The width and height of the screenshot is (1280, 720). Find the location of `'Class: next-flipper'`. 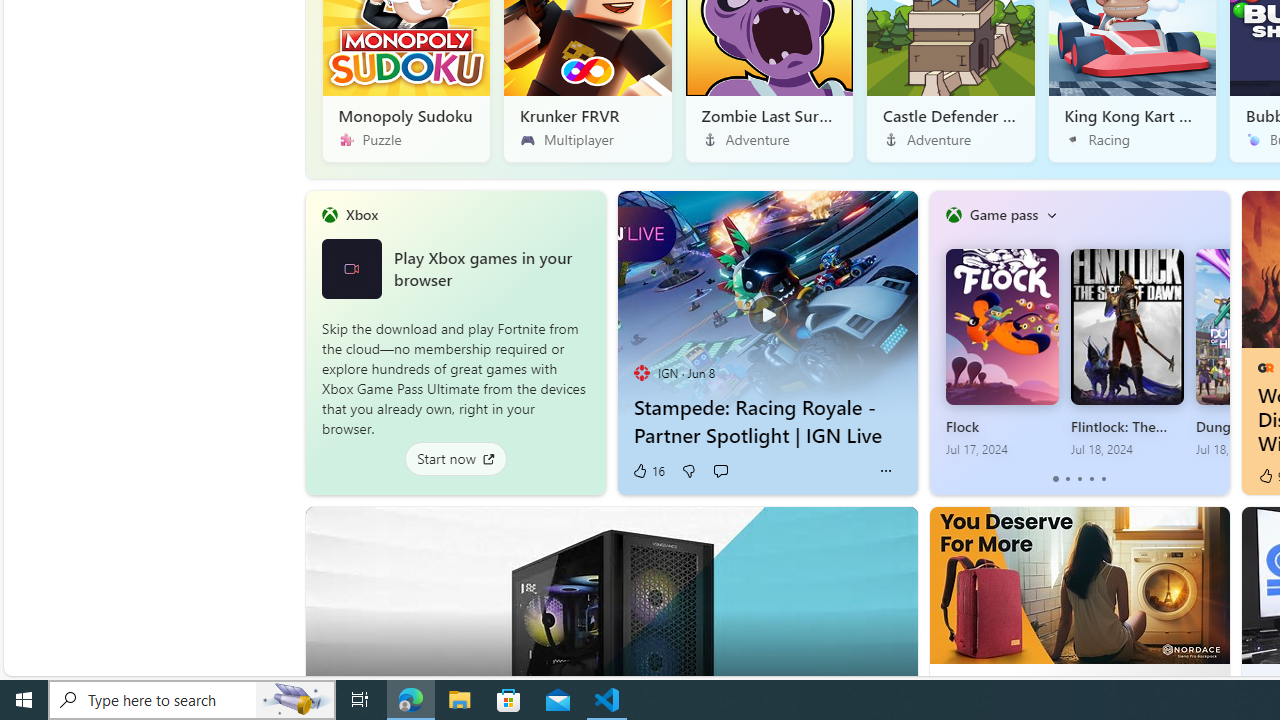

'Class: next-flipper' is located at coordinates (1218, 342).